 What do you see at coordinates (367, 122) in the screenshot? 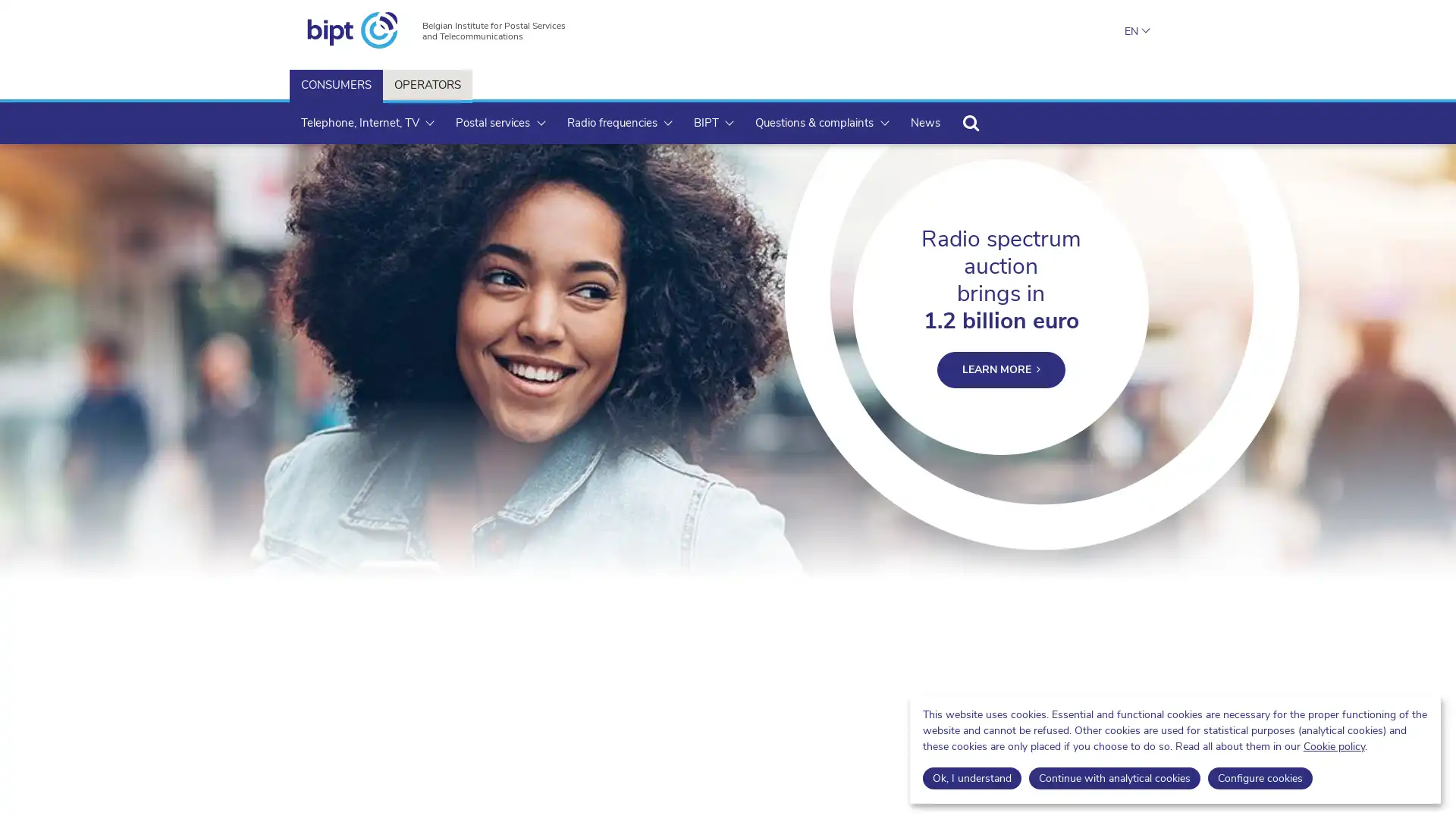
I see `Telephone, Internet, TV` at bounding box center [367, 122].